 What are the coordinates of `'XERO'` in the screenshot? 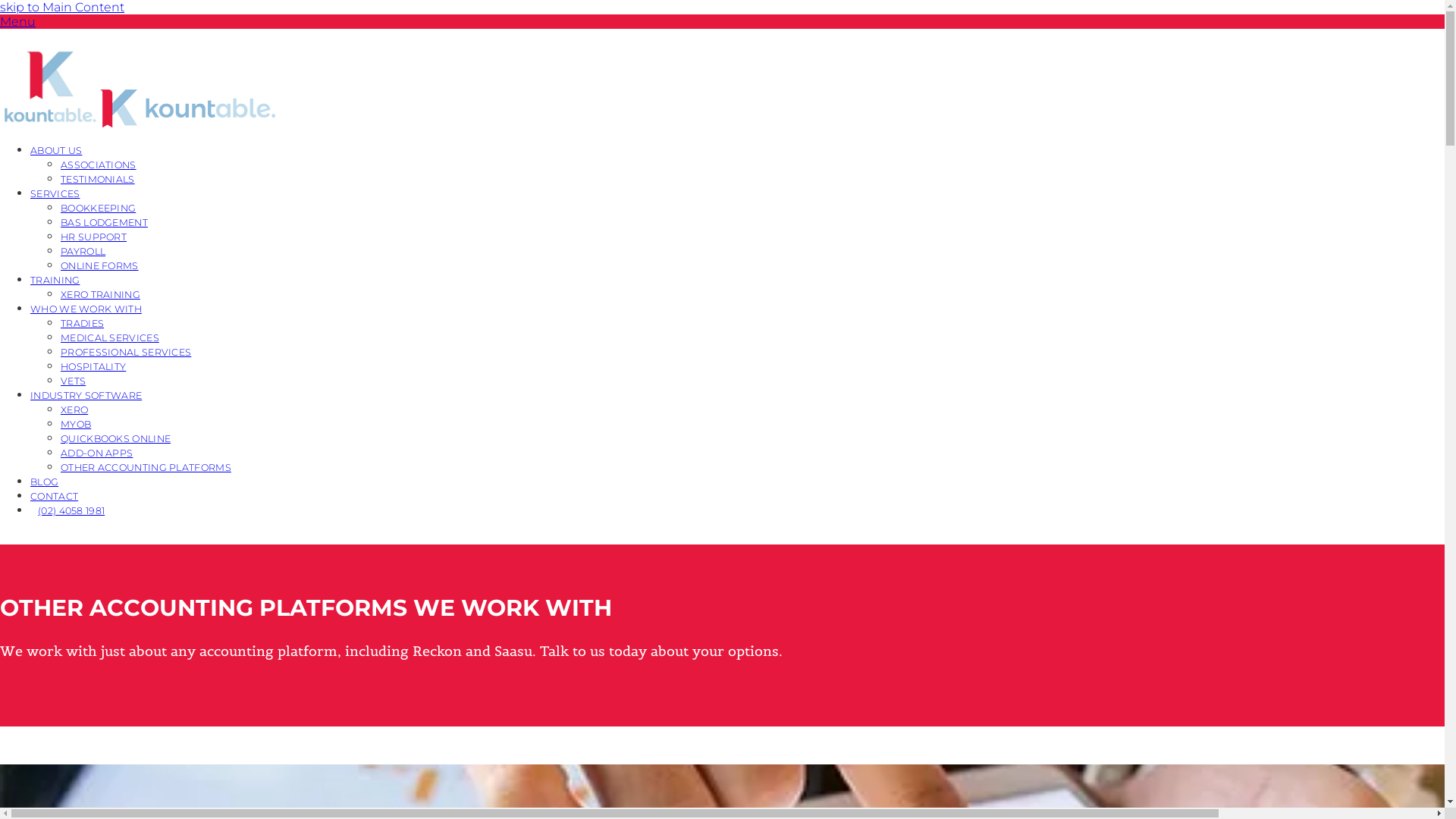 It's located at (73, 408).